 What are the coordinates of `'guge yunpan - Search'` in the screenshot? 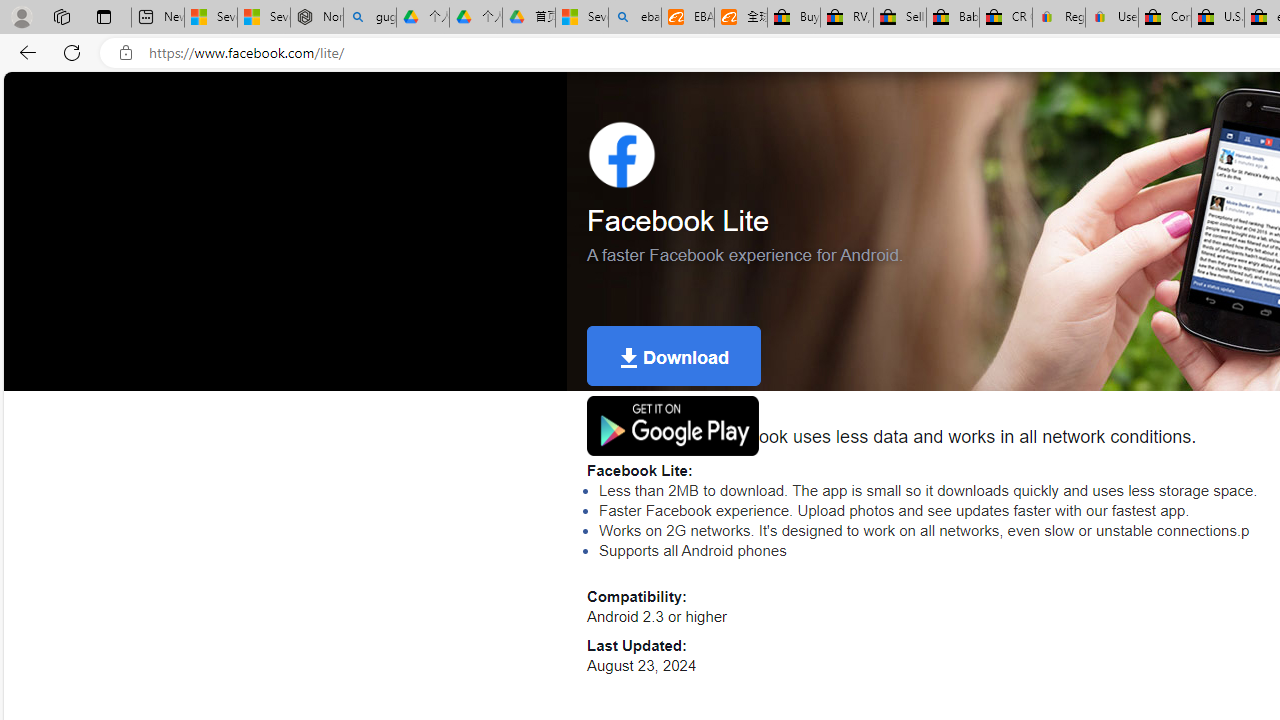 It's located at (369, 17).